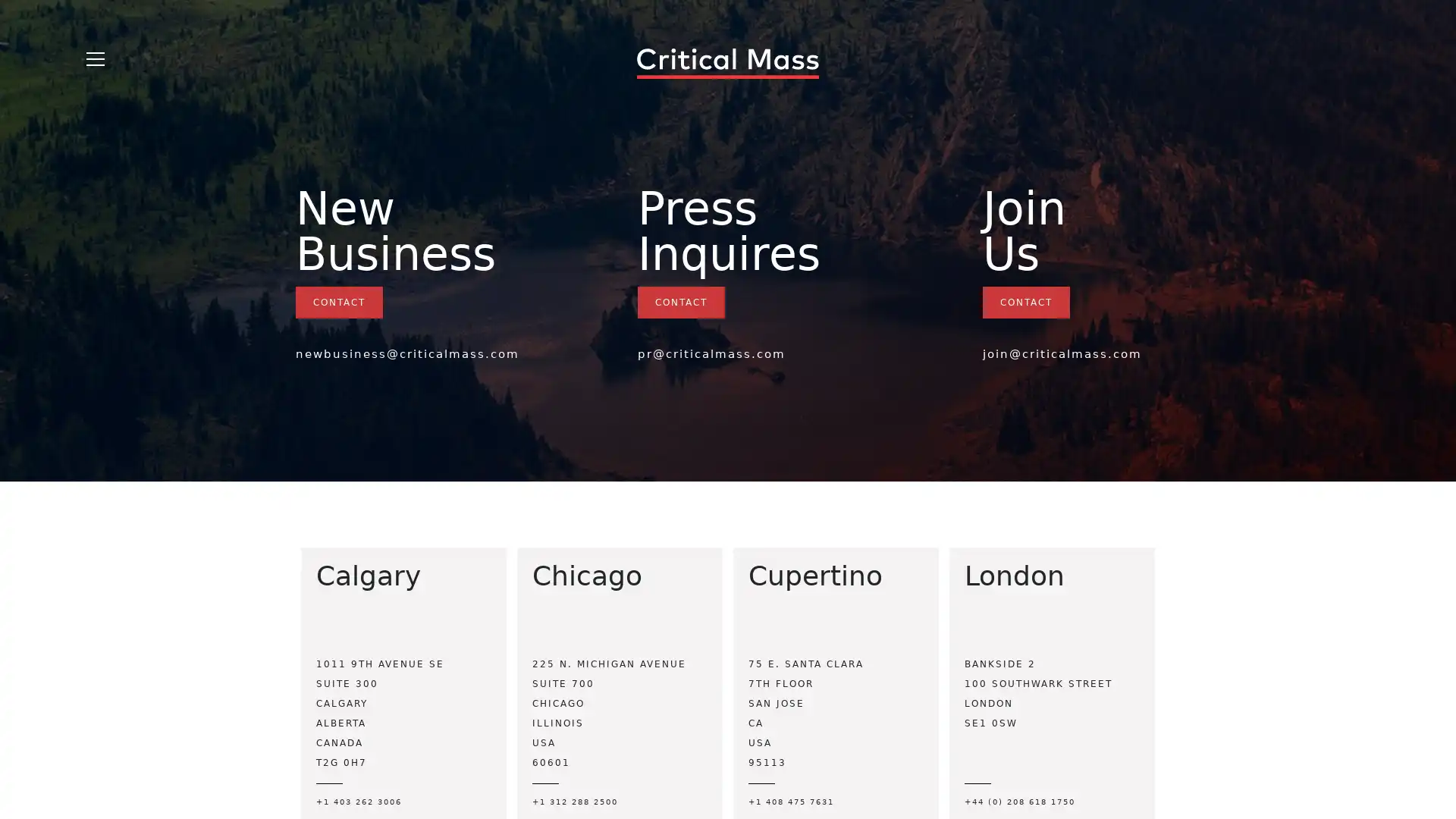 The height and width of the screenshot is (819, 1456). I want to click on Open Menu, so click(94, 61).